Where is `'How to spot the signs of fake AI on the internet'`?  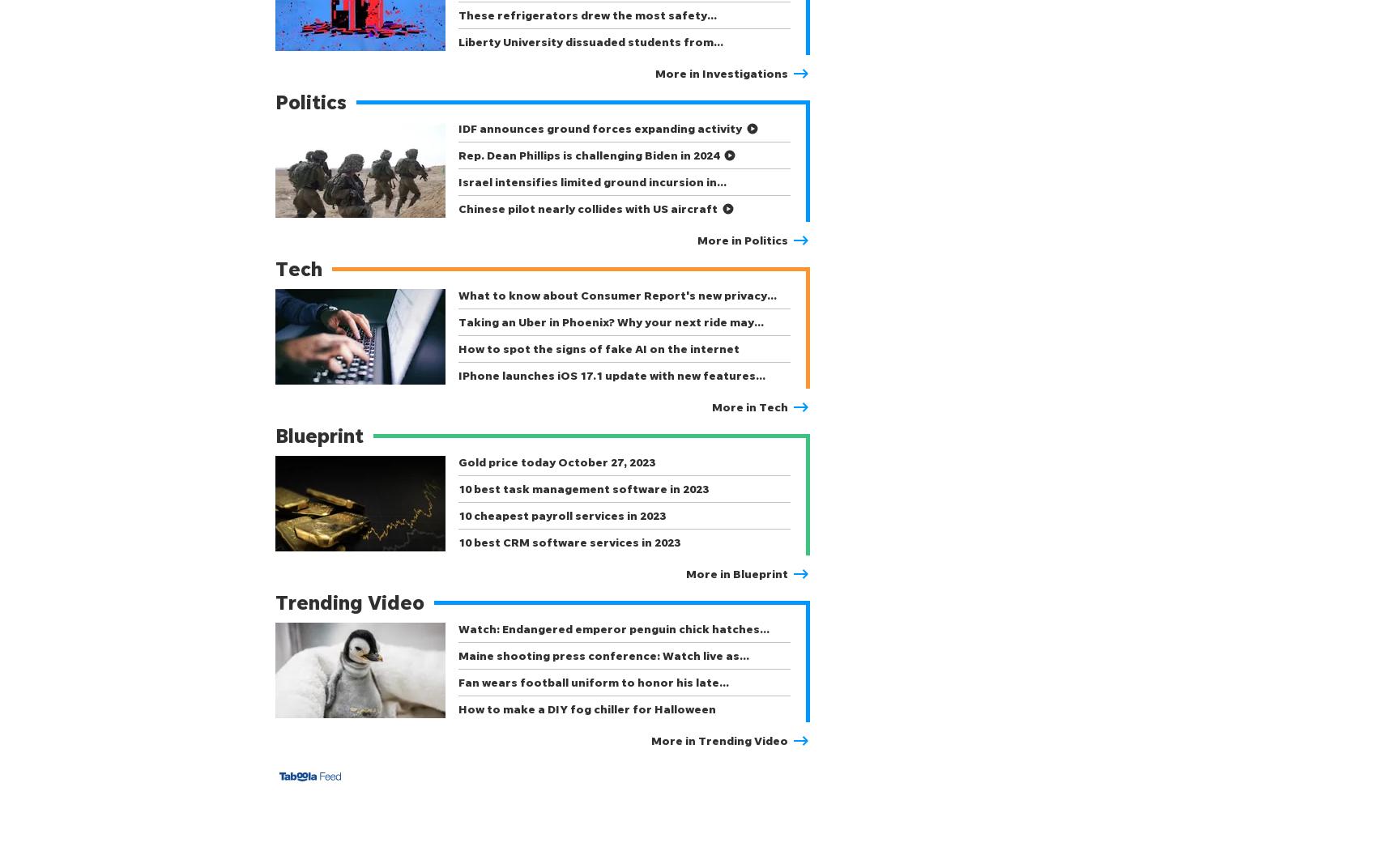 'How to spot the signs of fake AI on the internet' is located at coordinates (457, 347).